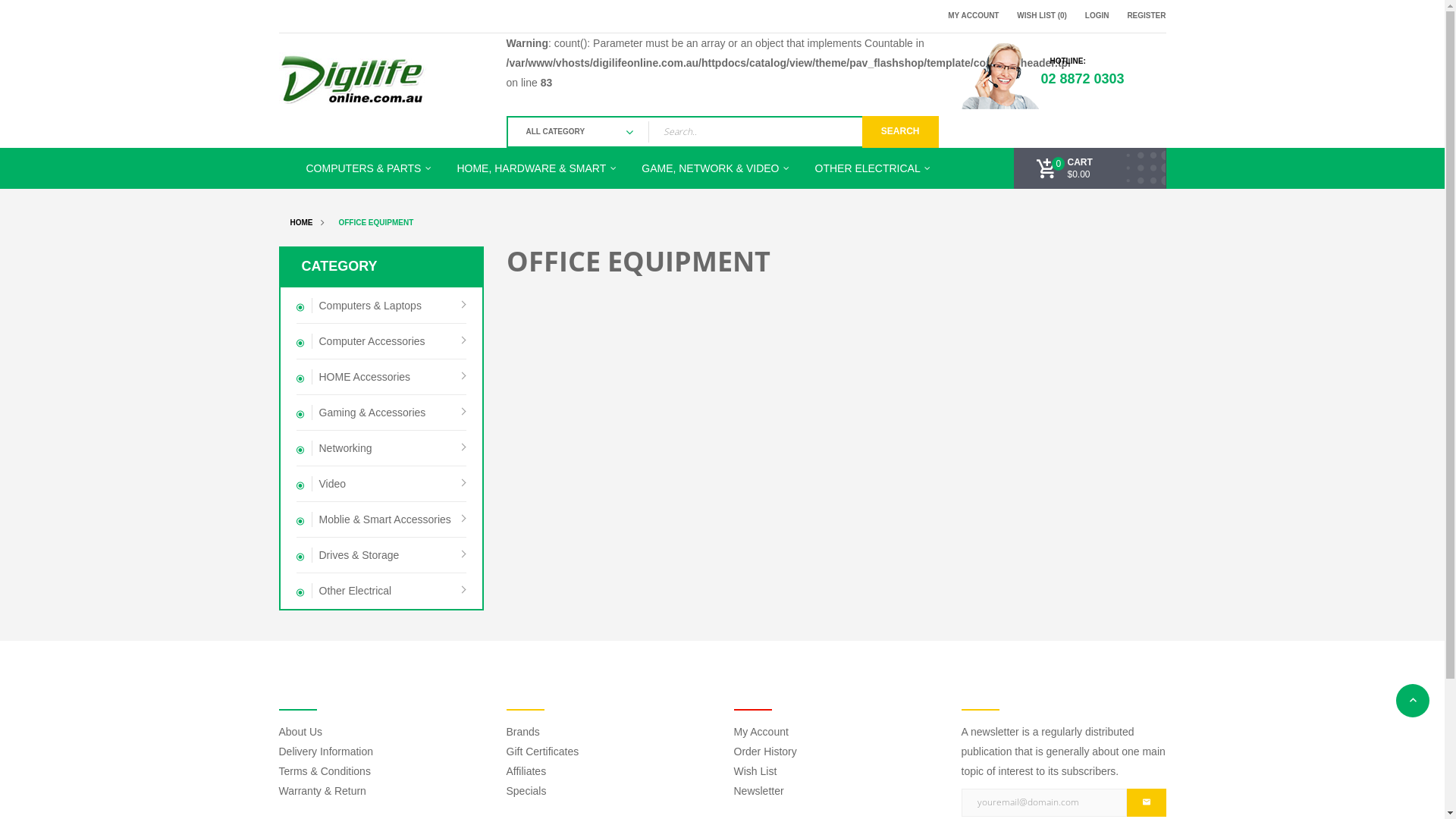 The width and height of the screenshot is (1456, 819). I want to click on 'Moblie & Smart Accessories', so click(381, 519).